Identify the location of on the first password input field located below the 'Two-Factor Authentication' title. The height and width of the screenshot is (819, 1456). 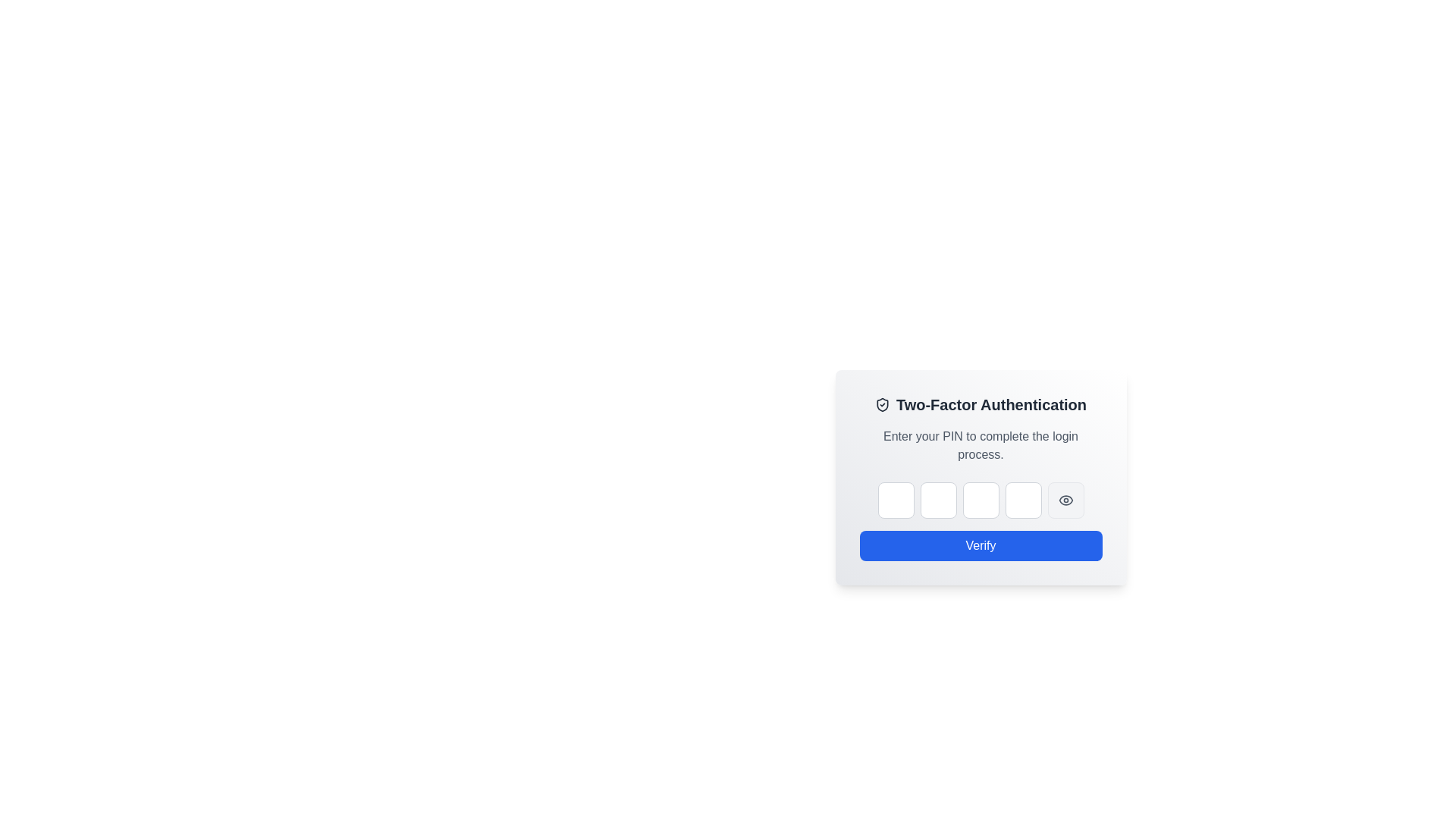
(896, 500).